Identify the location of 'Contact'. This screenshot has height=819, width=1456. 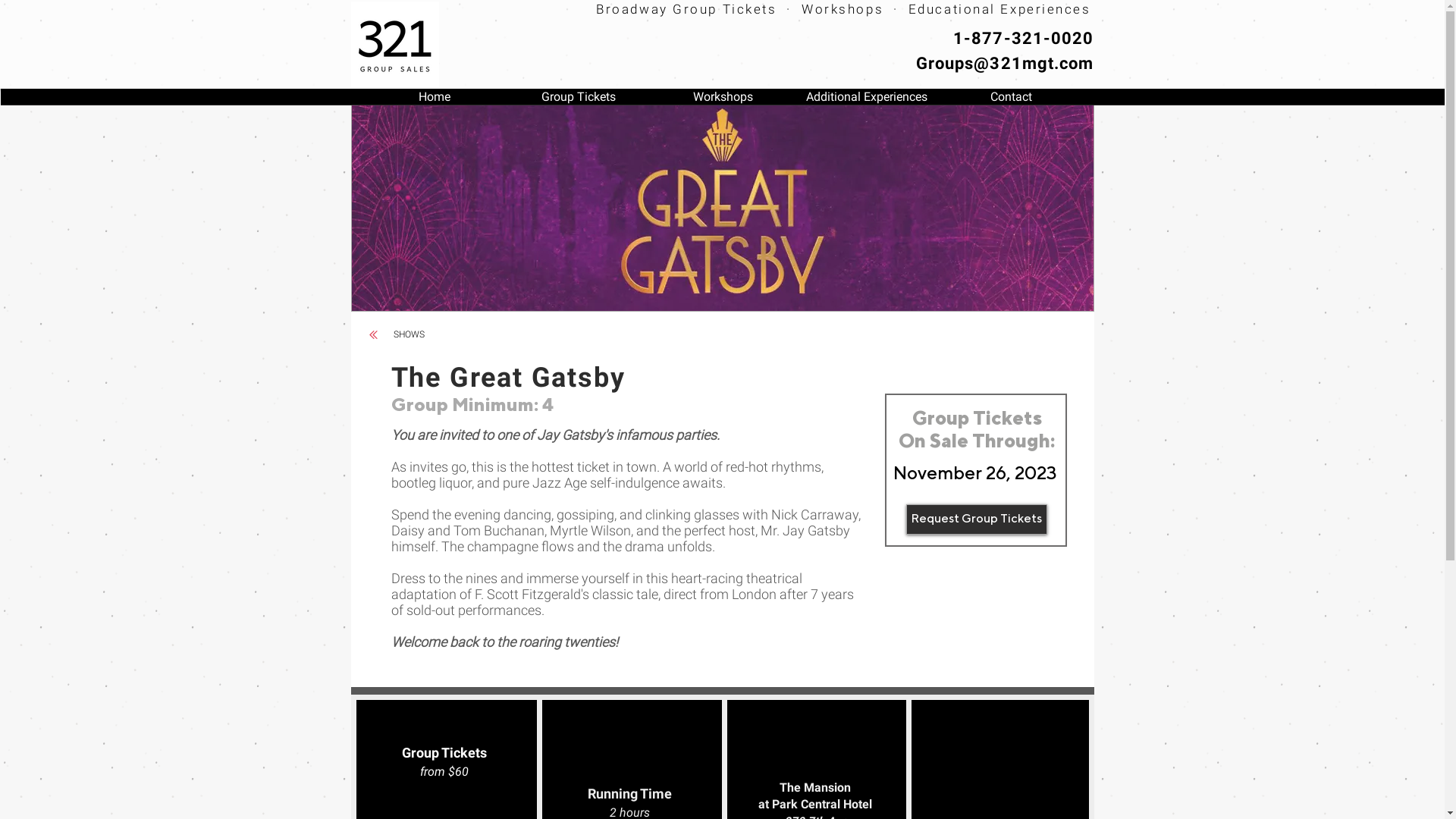
(1011, 102).